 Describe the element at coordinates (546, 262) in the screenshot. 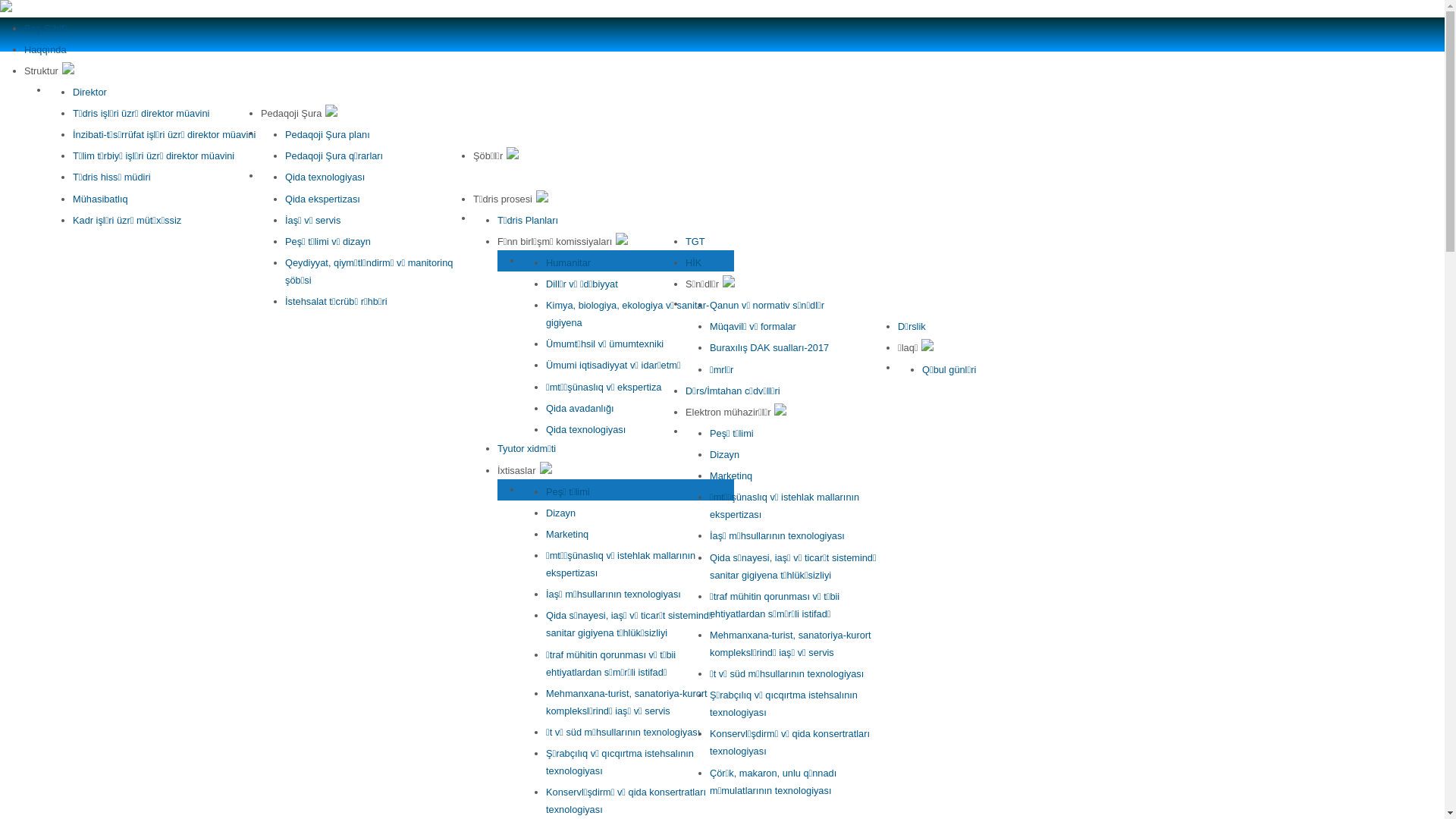

I see `'Humanitar'` at that location.